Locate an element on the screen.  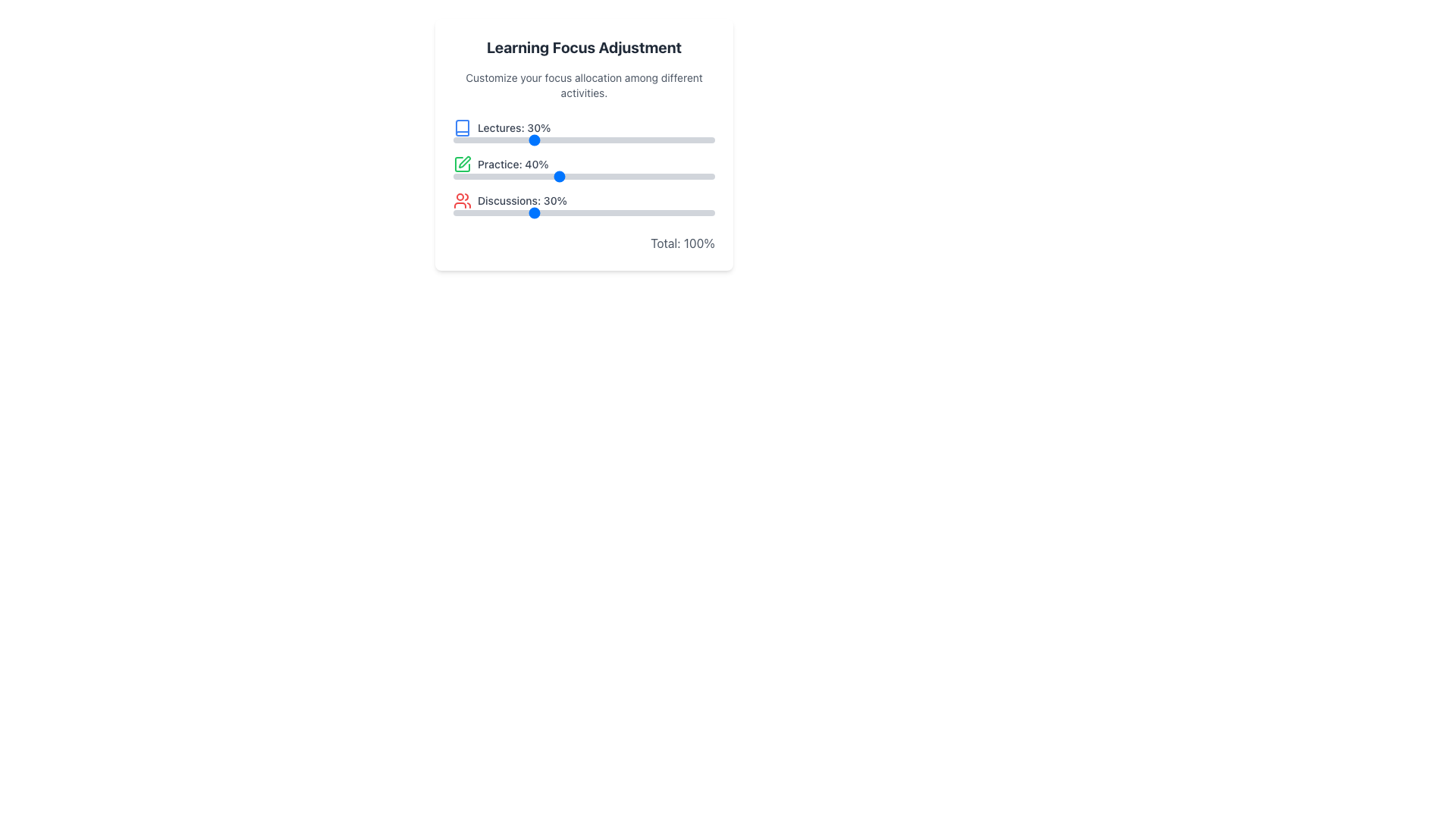
the 'Practice' slider is located at coordinates (526, 175).